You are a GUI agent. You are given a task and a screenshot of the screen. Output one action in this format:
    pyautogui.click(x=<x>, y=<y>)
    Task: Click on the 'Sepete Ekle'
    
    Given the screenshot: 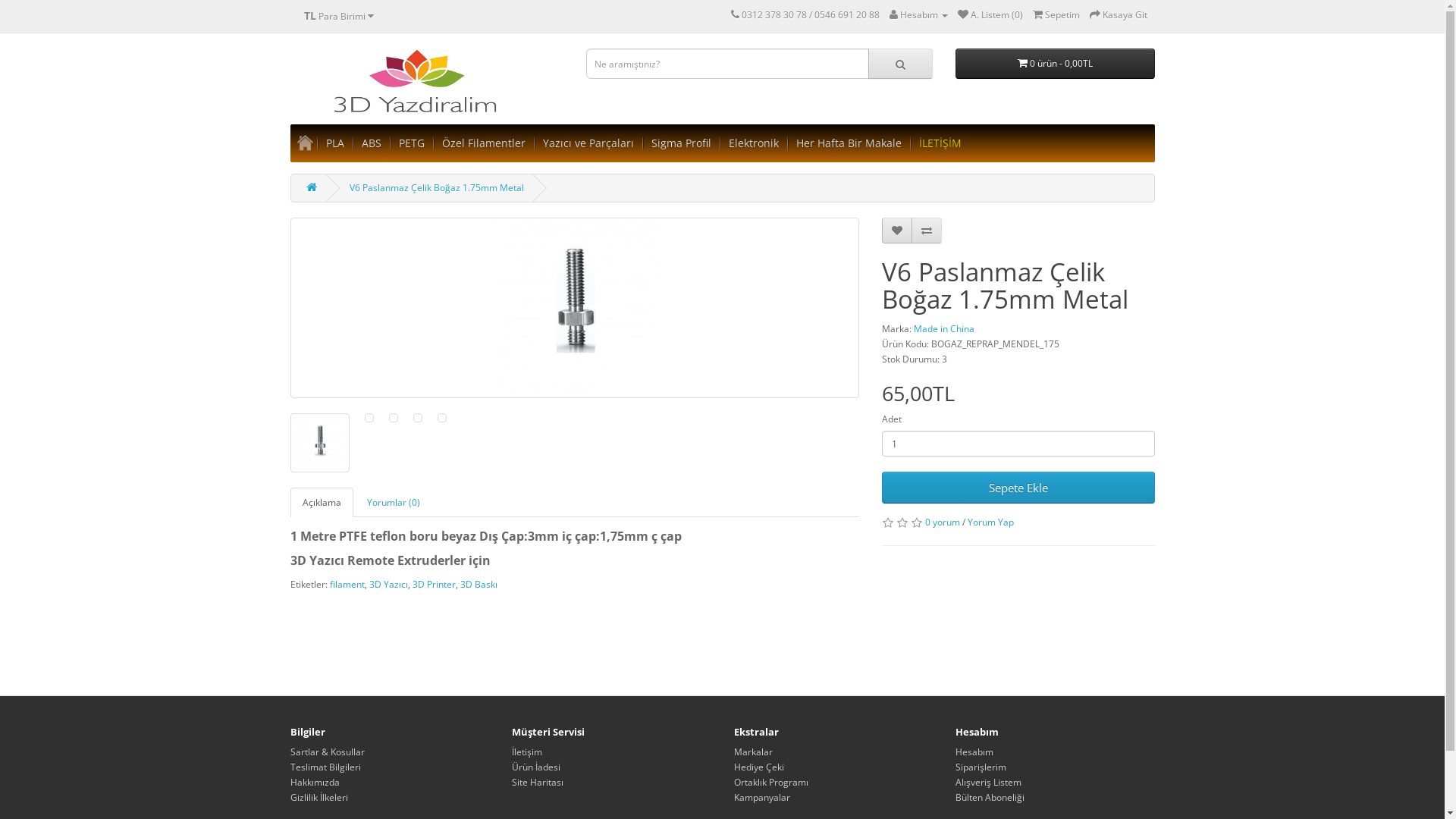 What is the action you would take?
    pyautogui.click(x=1018, y=488)
    